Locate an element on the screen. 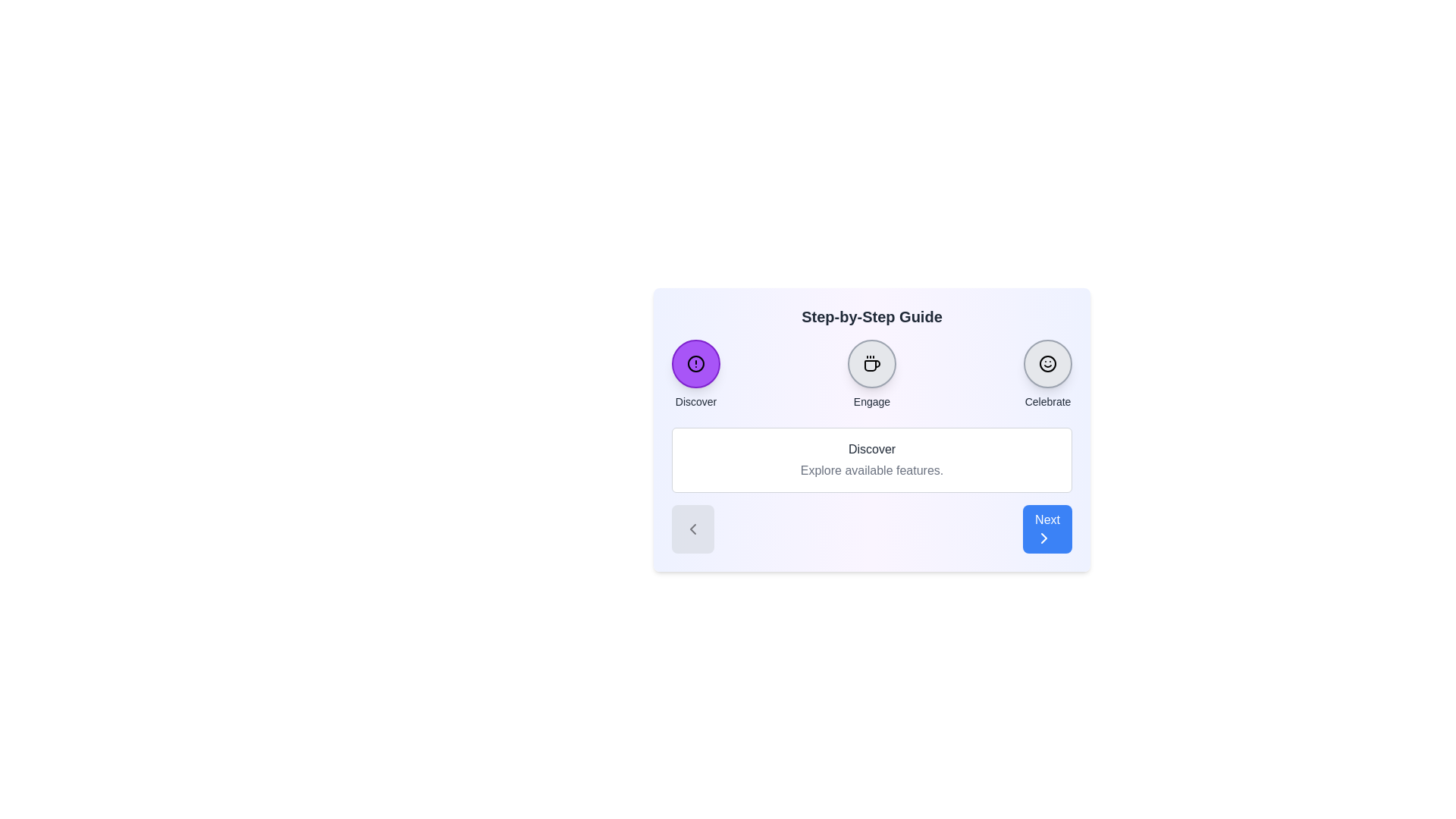  the circular gray button with a left-pointing chevron symbol is located at coordinates (692, 529).